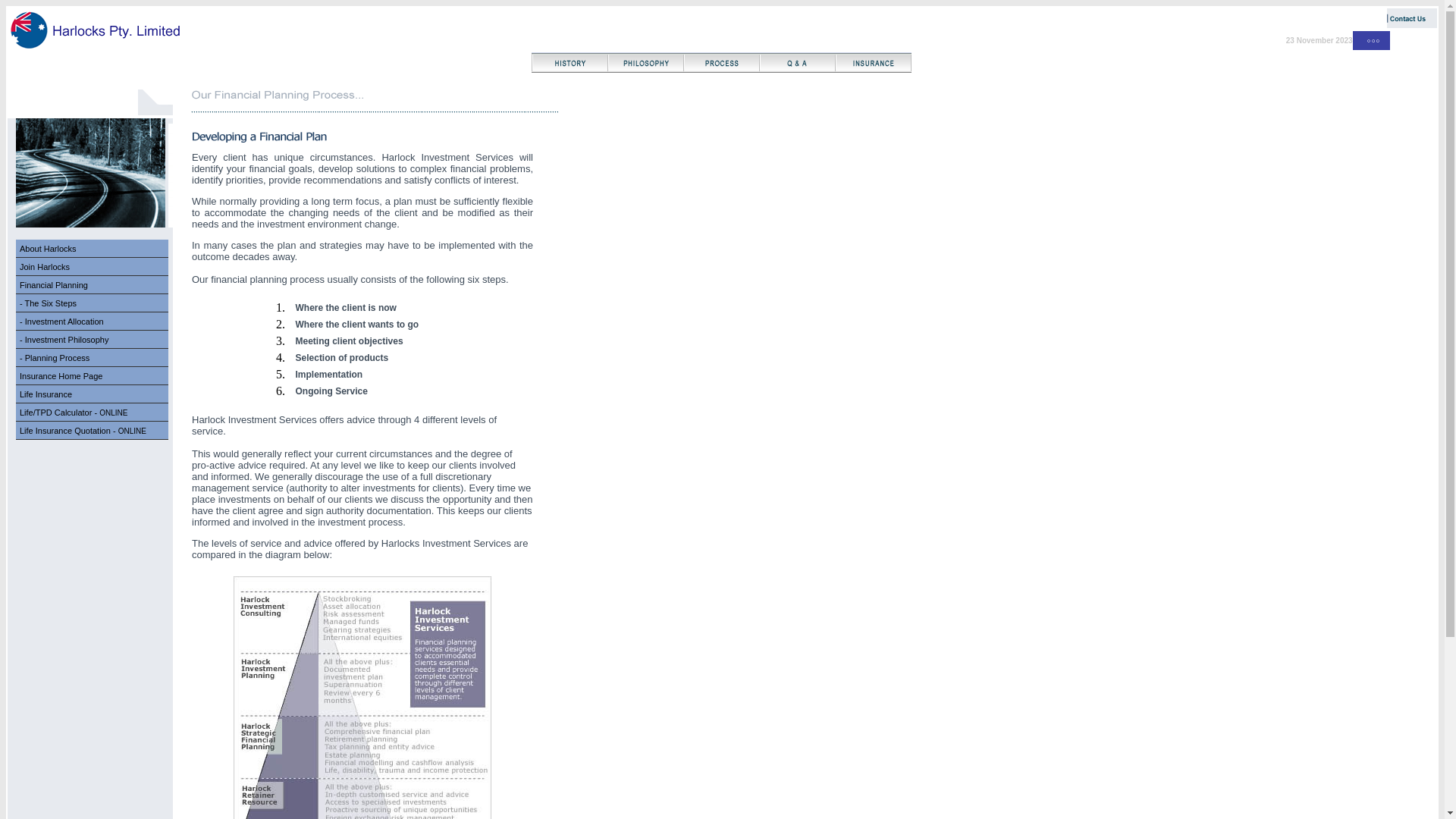 The width and height of the screenshot is (1456, 819). What do you see at coordinates (61, 375) in the screenshot?
I see `'Insurance Home Page'` at bounding box center [61, 375].